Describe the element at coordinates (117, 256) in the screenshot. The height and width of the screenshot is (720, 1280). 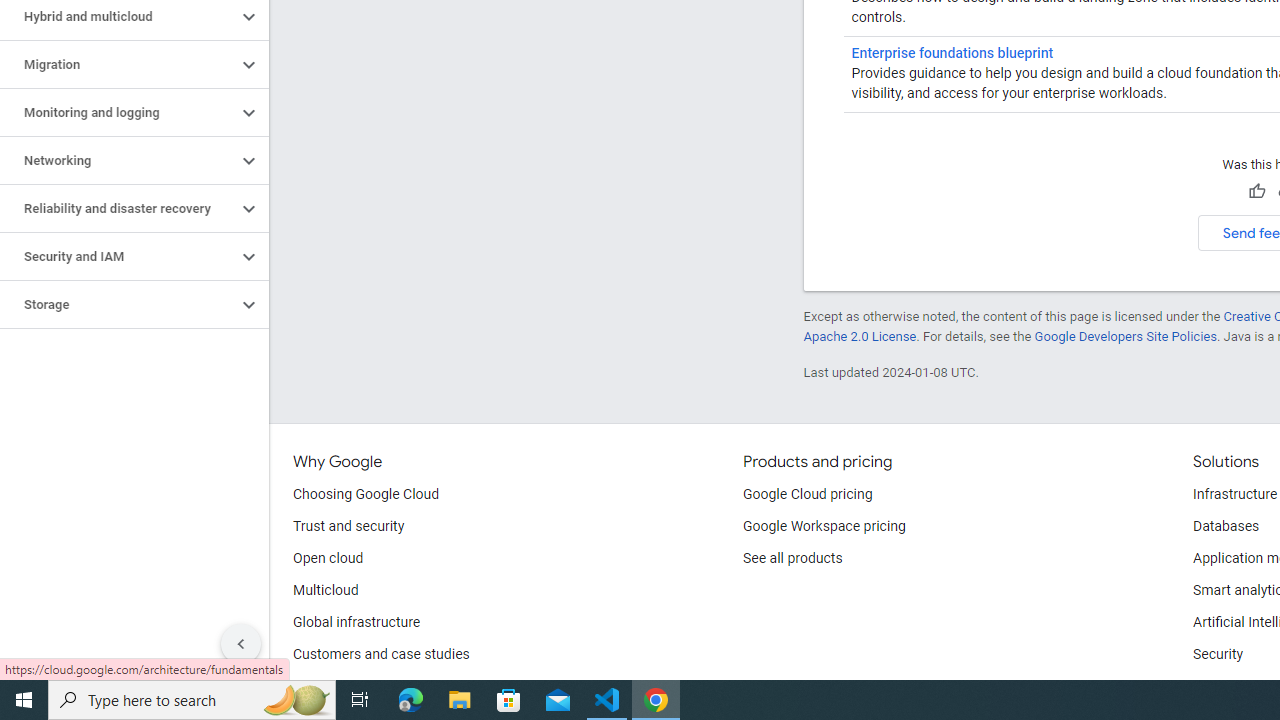
I see `'Security and IAM'` at that location.